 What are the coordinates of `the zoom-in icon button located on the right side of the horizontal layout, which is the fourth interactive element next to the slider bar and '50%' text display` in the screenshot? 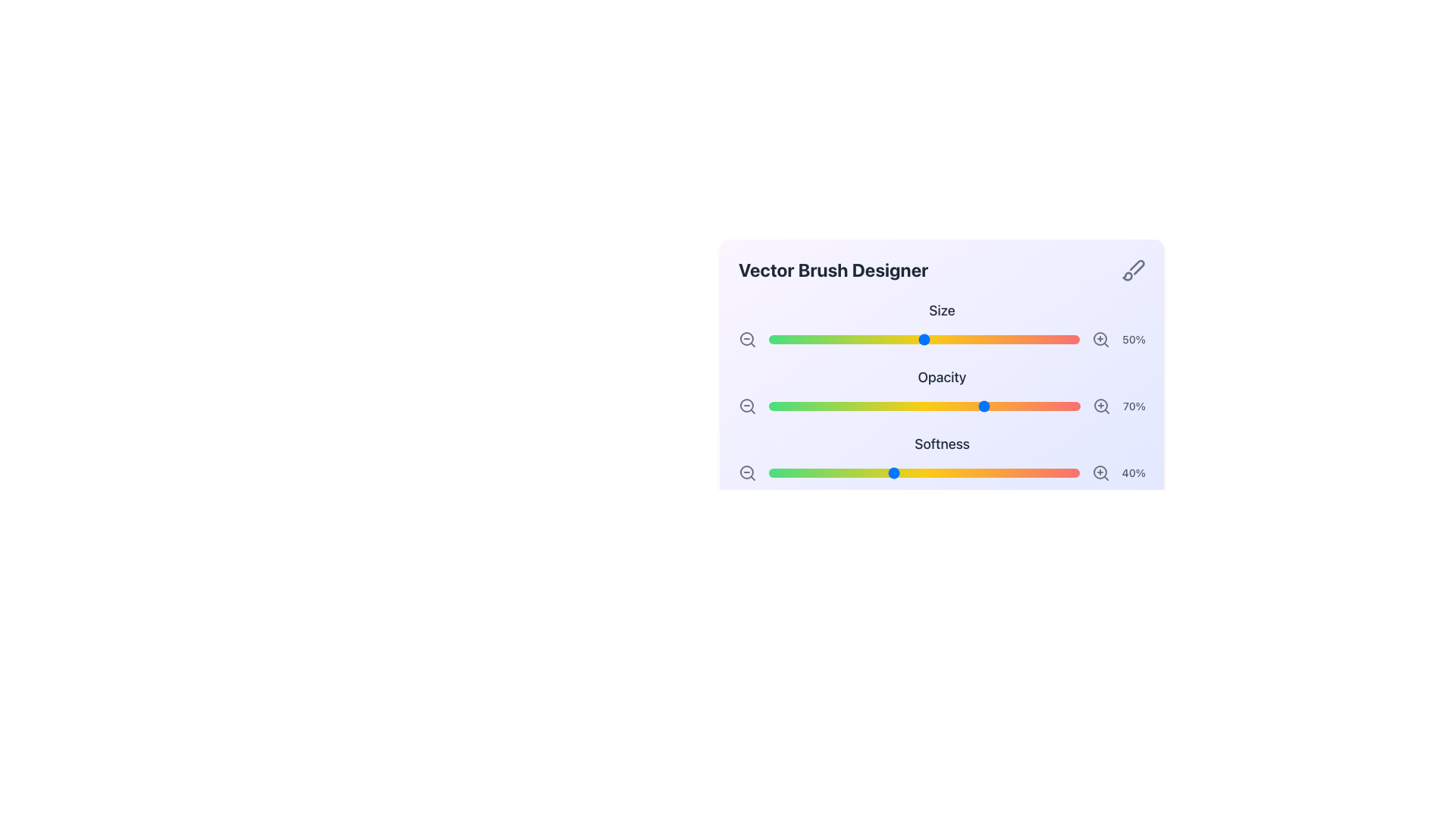 It's located at (1101, 338).